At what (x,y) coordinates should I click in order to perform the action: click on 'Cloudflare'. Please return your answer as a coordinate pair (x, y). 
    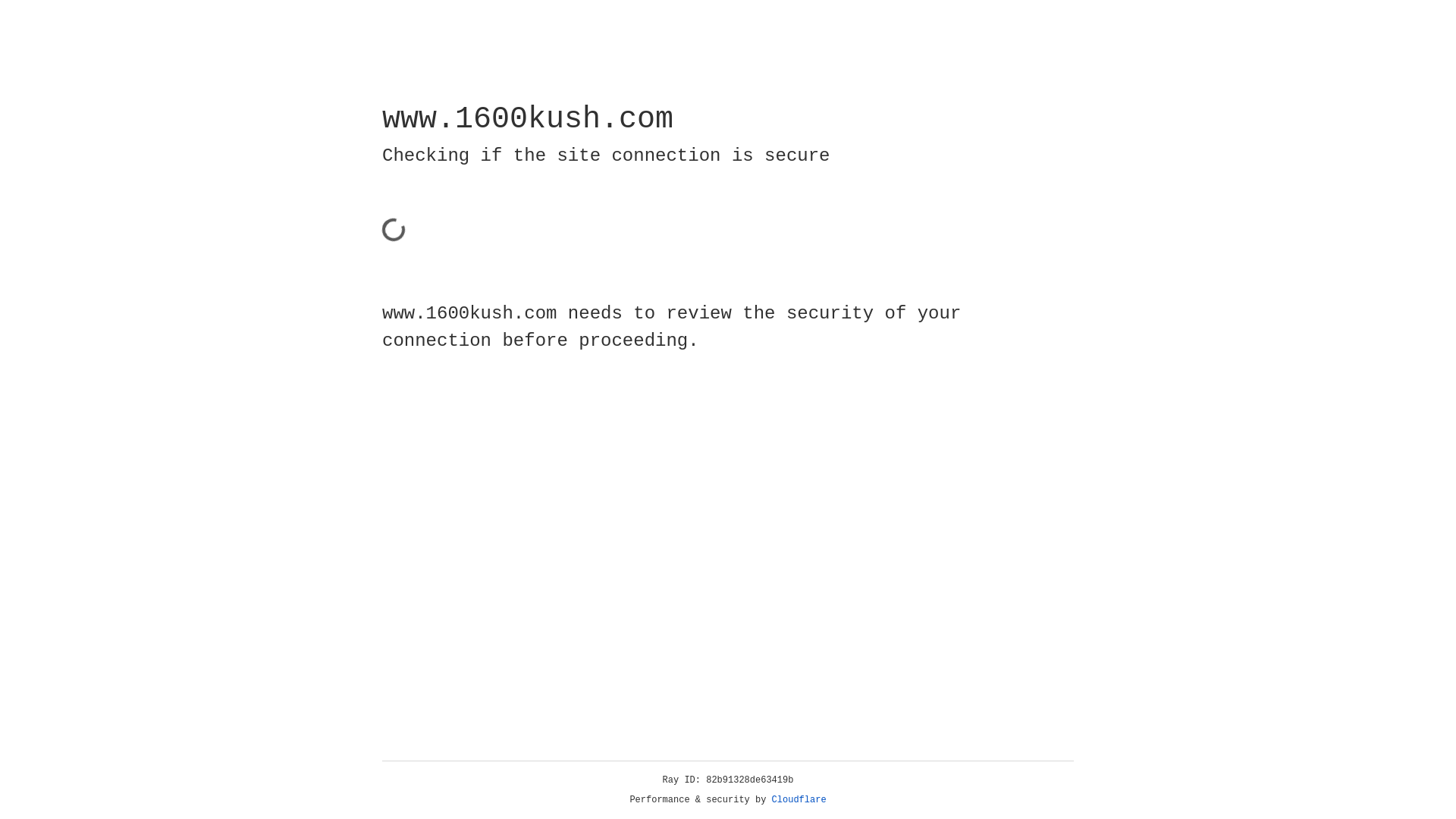
    Looking at the image, I should click on (799, 799).